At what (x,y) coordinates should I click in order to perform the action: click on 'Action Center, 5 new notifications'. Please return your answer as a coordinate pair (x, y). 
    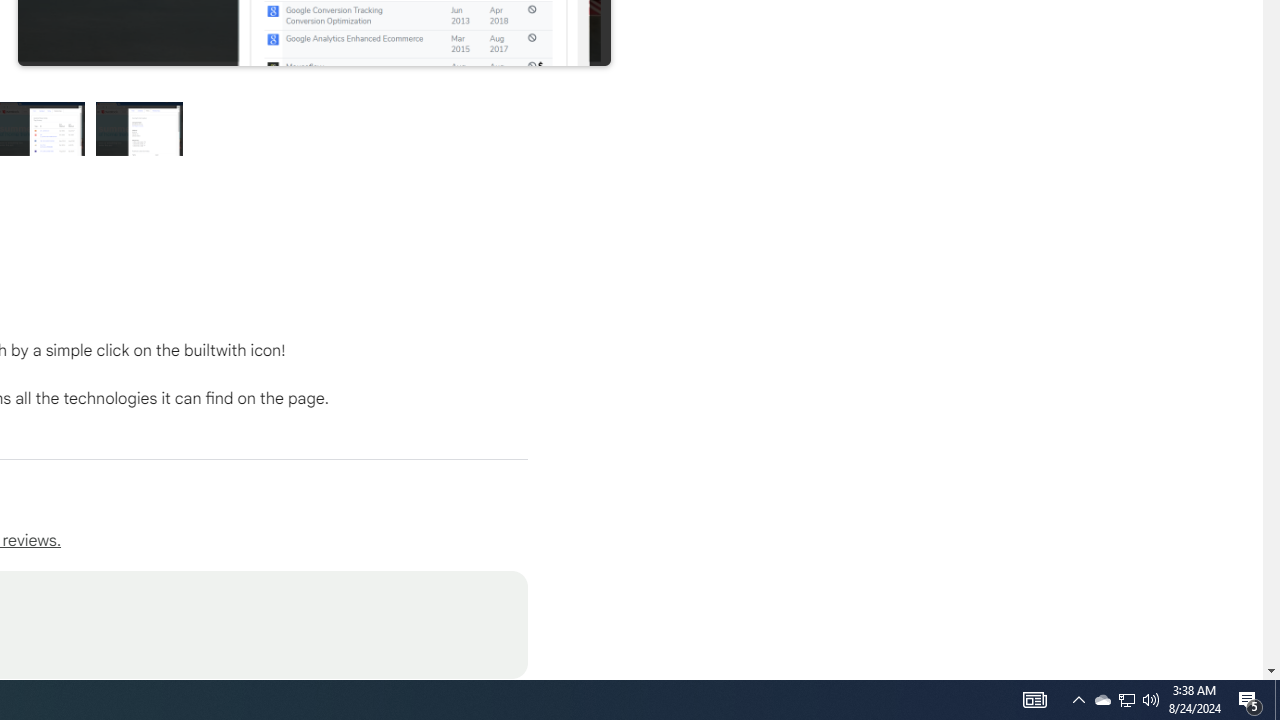
    Looking at the image, I should click on (1250, 698).